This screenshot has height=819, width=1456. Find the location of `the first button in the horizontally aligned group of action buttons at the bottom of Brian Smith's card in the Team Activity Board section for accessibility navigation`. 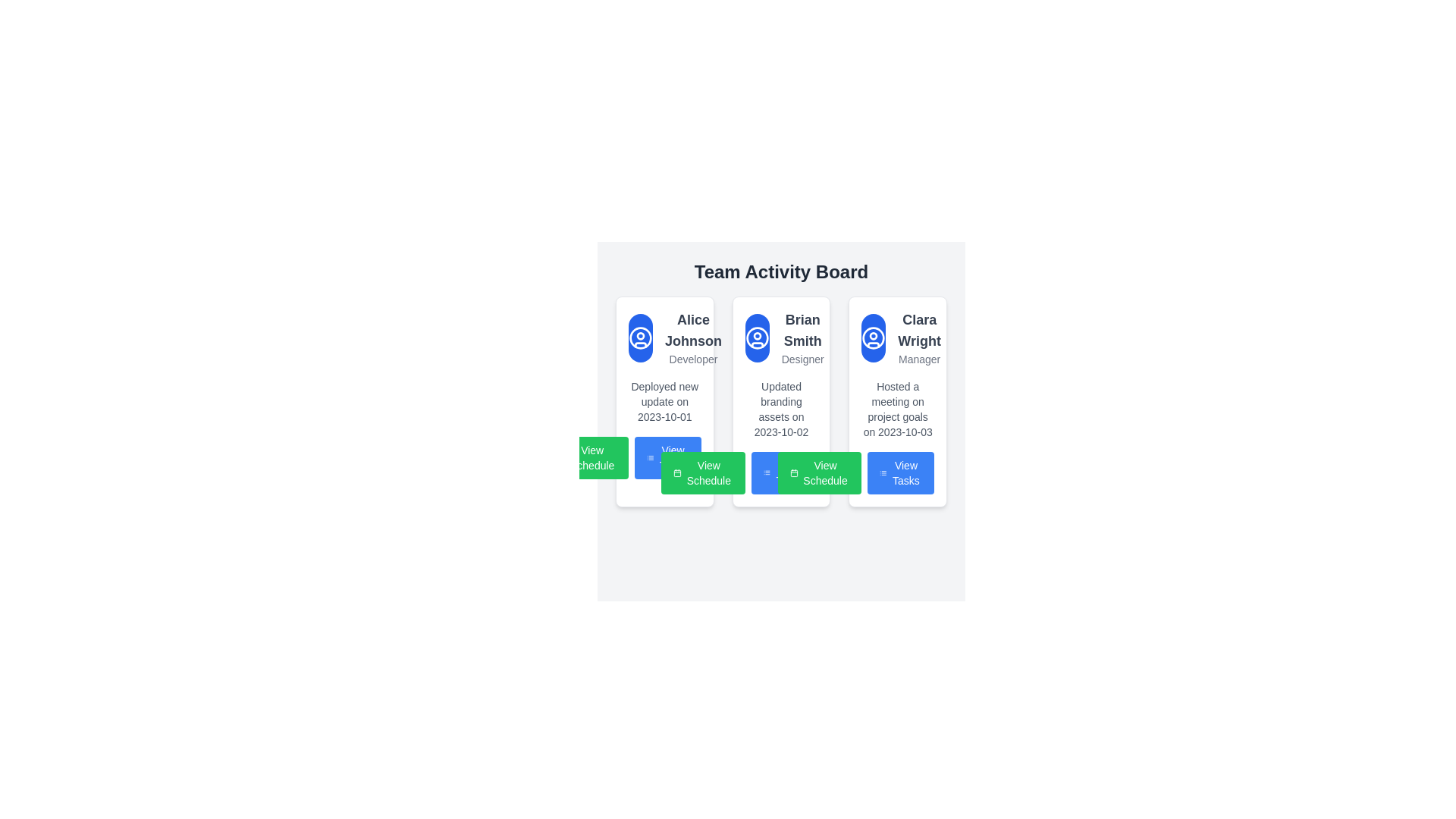

the first button in the horizontally aligned group of action buttons at the bottom of Brian Smith's card in the Team Activity Board section for accessibility navigation is located at coordinates (702, 472).